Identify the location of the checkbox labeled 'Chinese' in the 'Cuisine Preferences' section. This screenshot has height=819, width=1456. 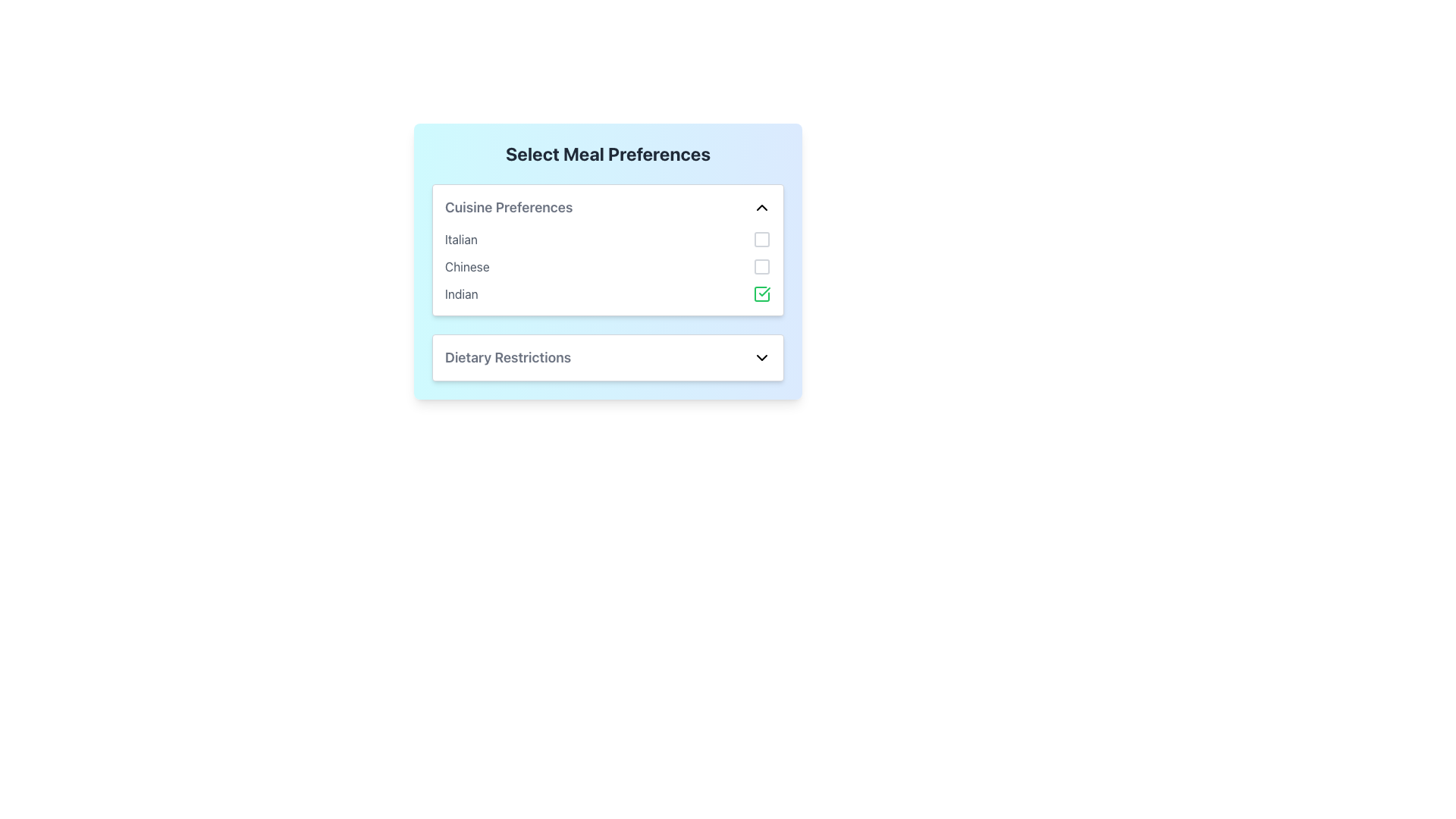
(761, 265).